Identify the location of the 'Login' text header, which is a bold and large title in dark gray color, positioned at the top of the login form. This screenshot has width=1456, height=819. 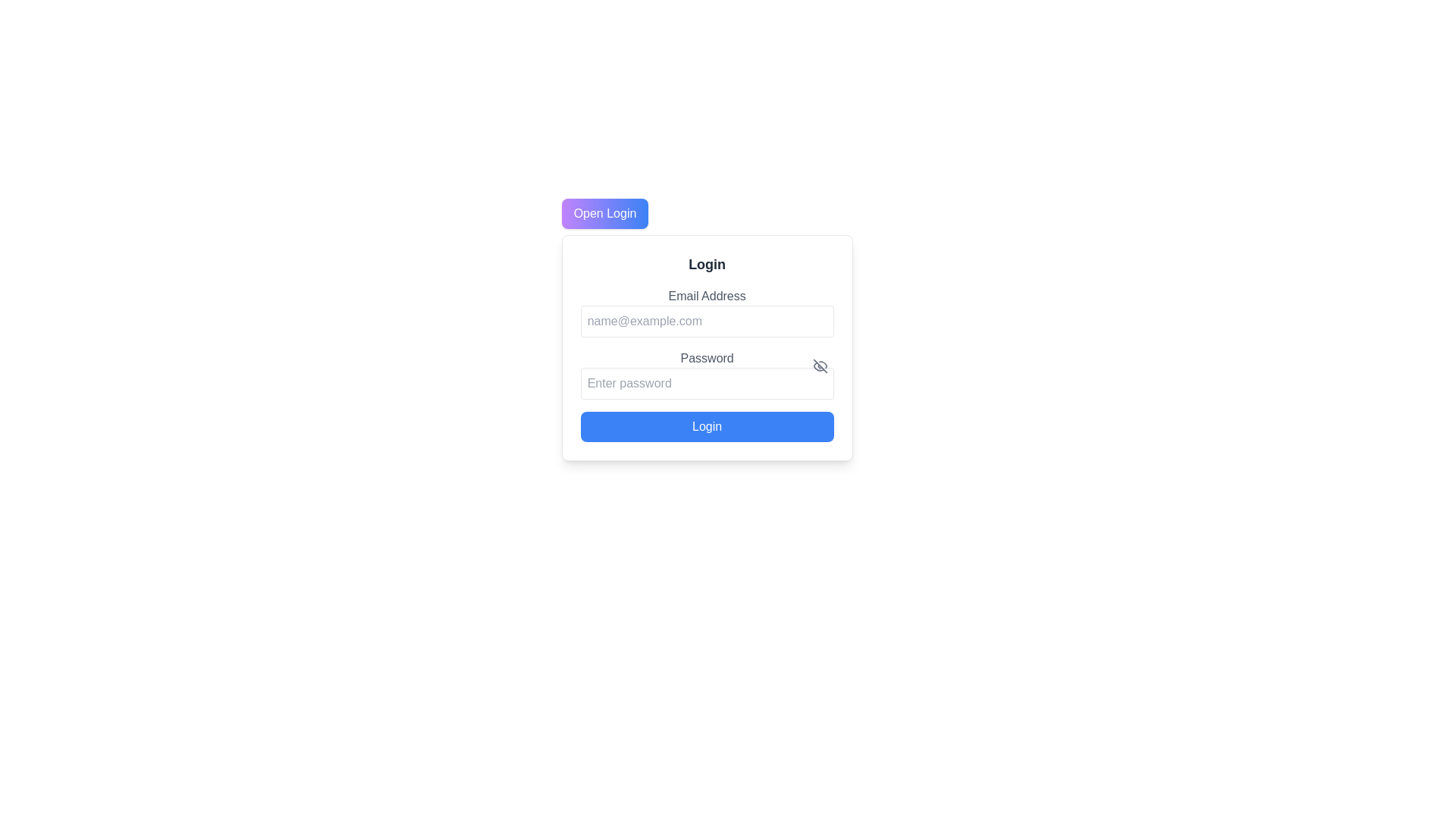
(706, 263).